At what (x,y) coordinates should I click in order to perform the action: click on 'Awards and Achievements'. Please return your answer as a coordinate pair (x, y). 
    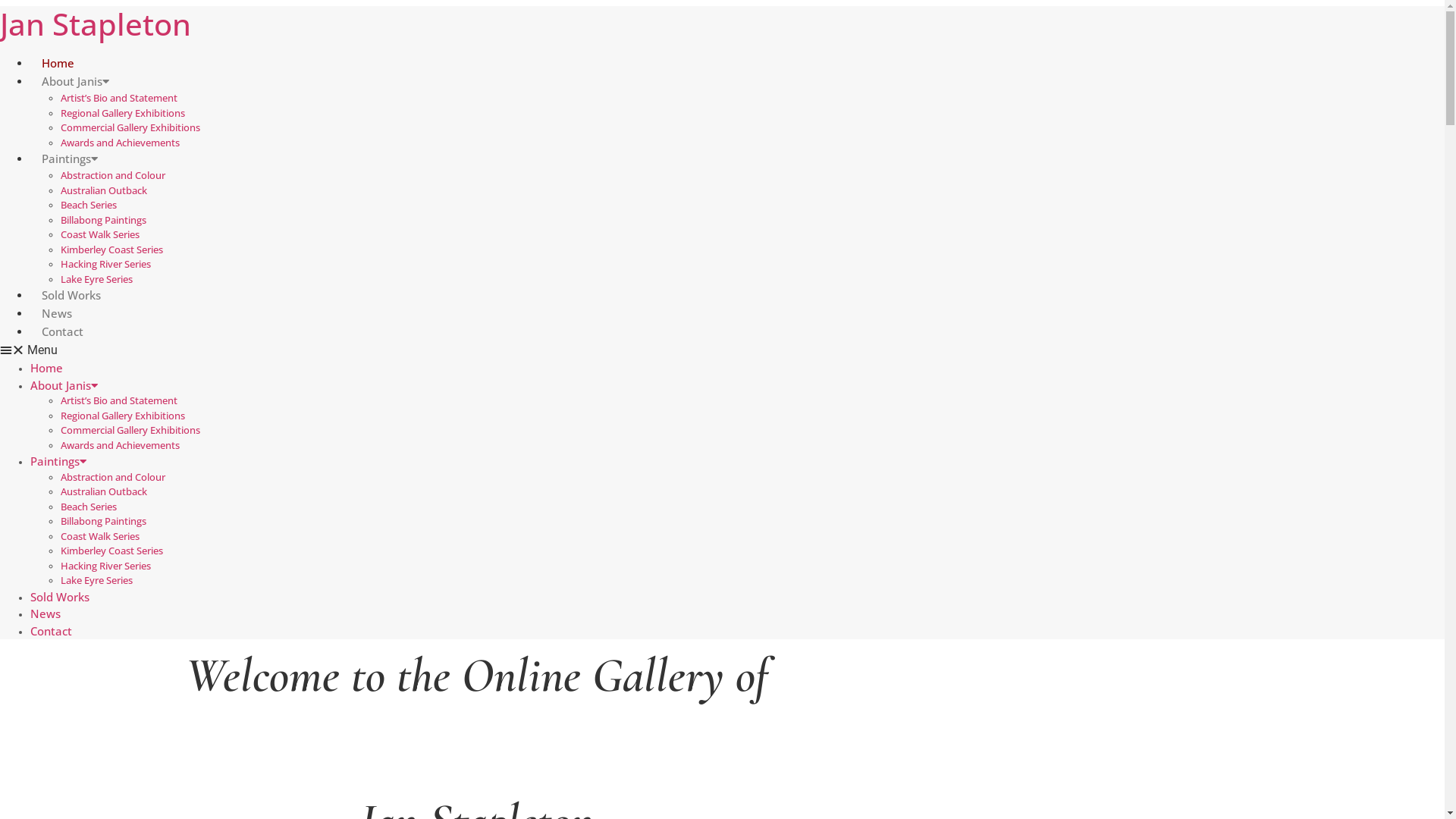
    Looking at the image, I should click on (61, 141).